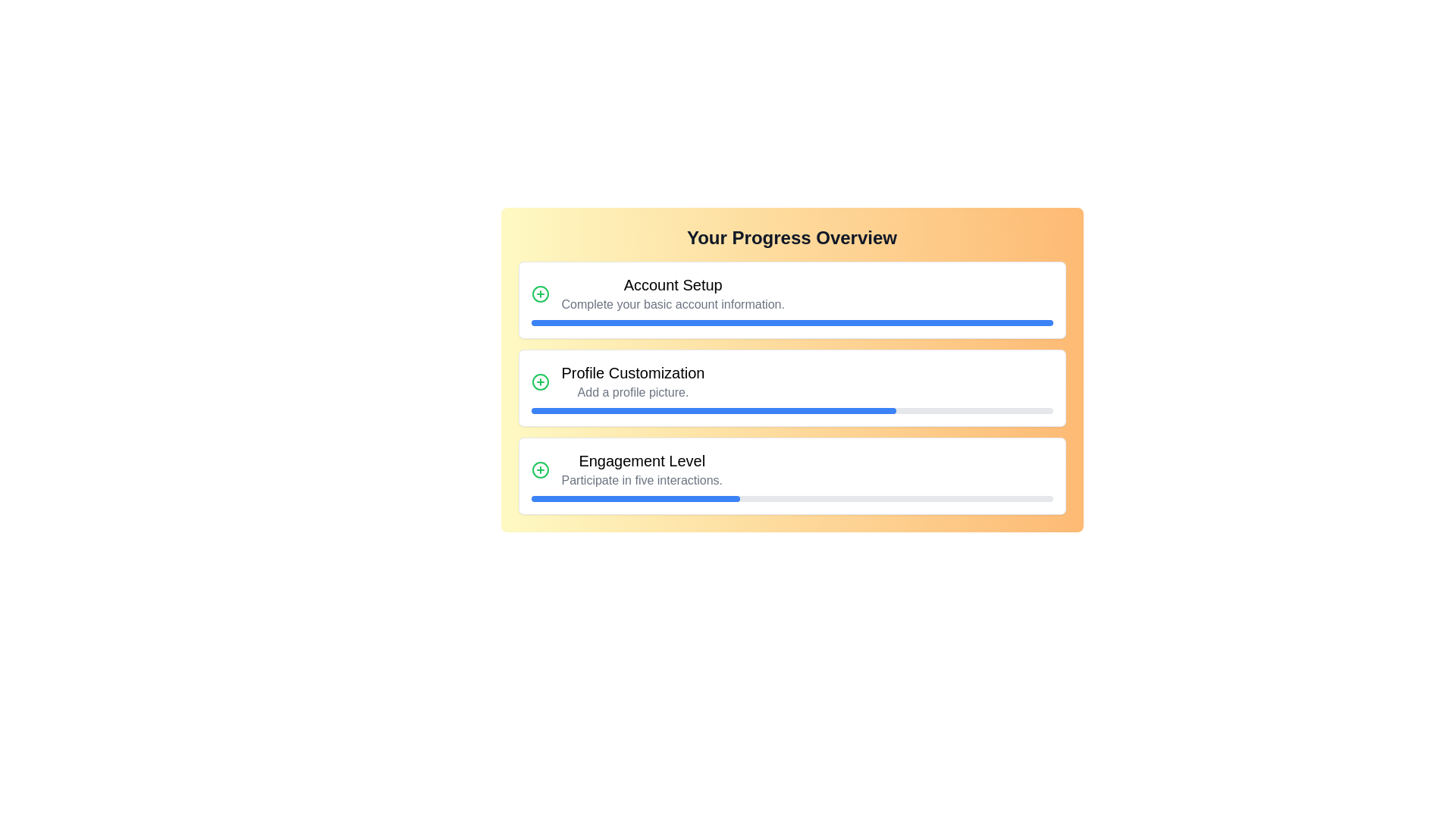 The image size is (1456, 819). I want to click on the text label that reads 'Participate in five interactions.' which is styled in light gray and positioned below the 'Engagement Level' title within a rectangular card, so click(642, 480).